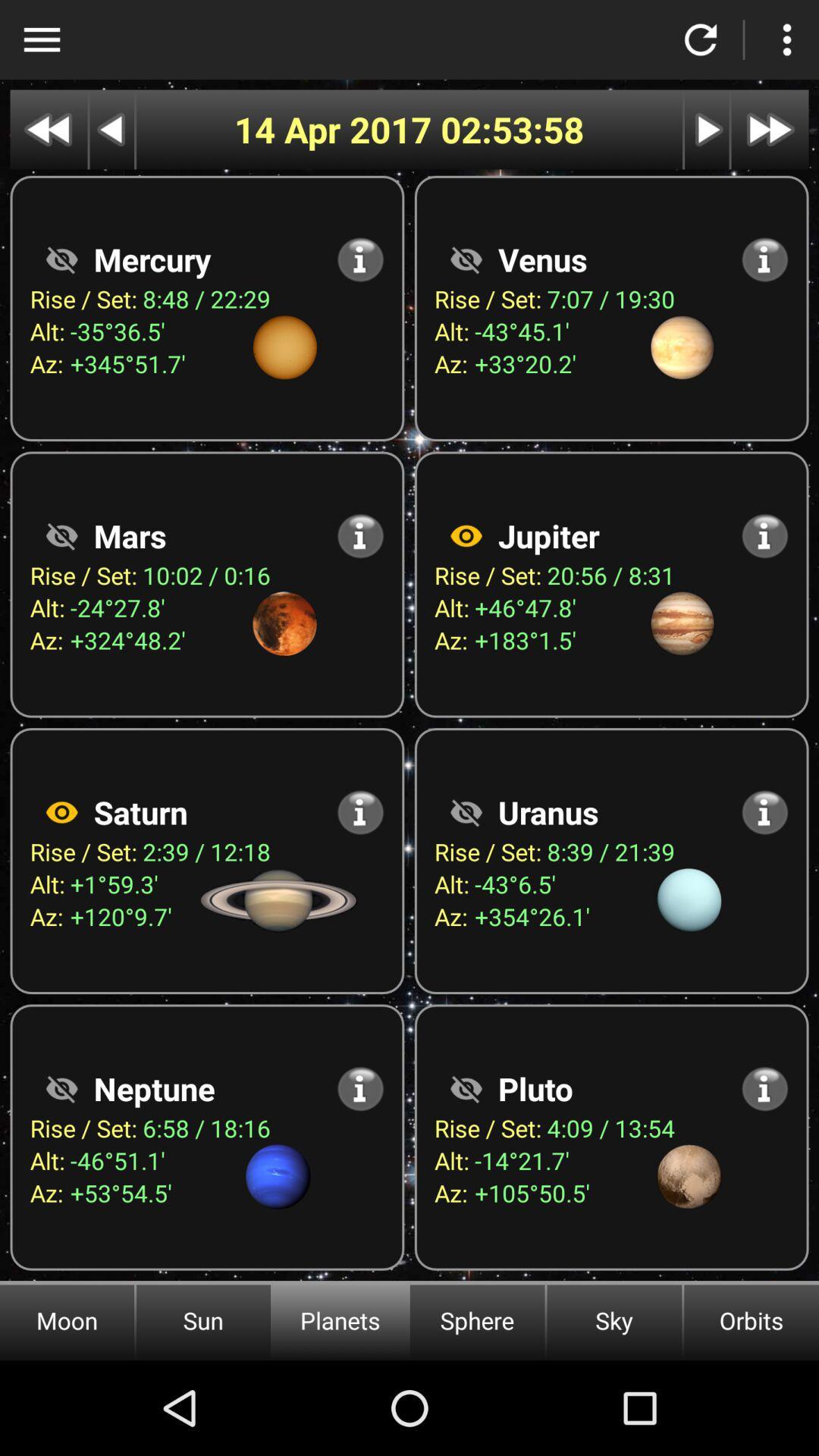 This screenshot has height=1456, width=819. Describe the element at coordinates (764, 1087) in the screenshot. I see `additional information` at that location.